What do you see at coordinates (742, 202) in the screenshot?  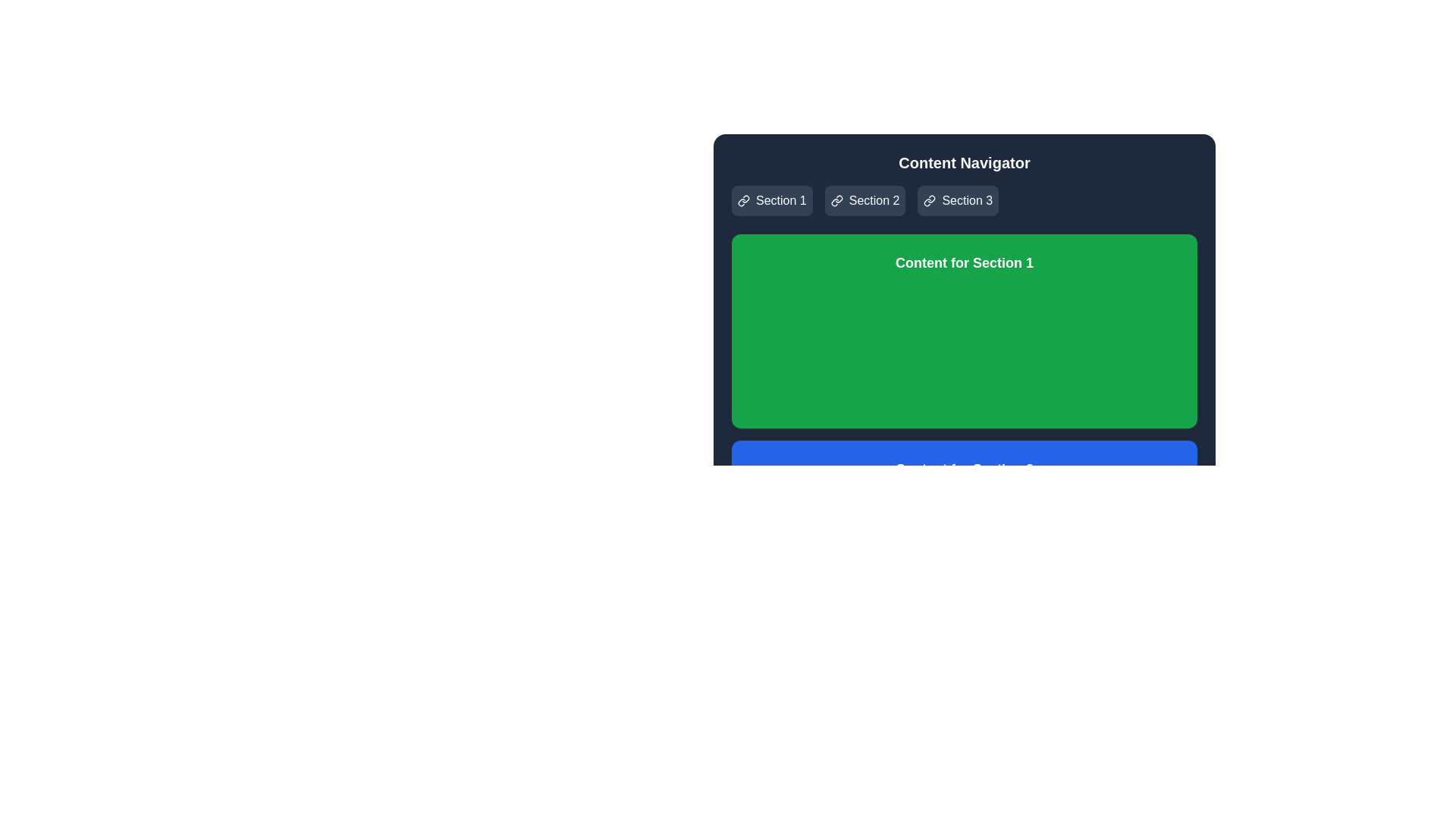 I see `the curved, chain-link SVG icon located within the button labeled 'Section 1', positioned to the left of the textual label` at bounding box center [742, 202].